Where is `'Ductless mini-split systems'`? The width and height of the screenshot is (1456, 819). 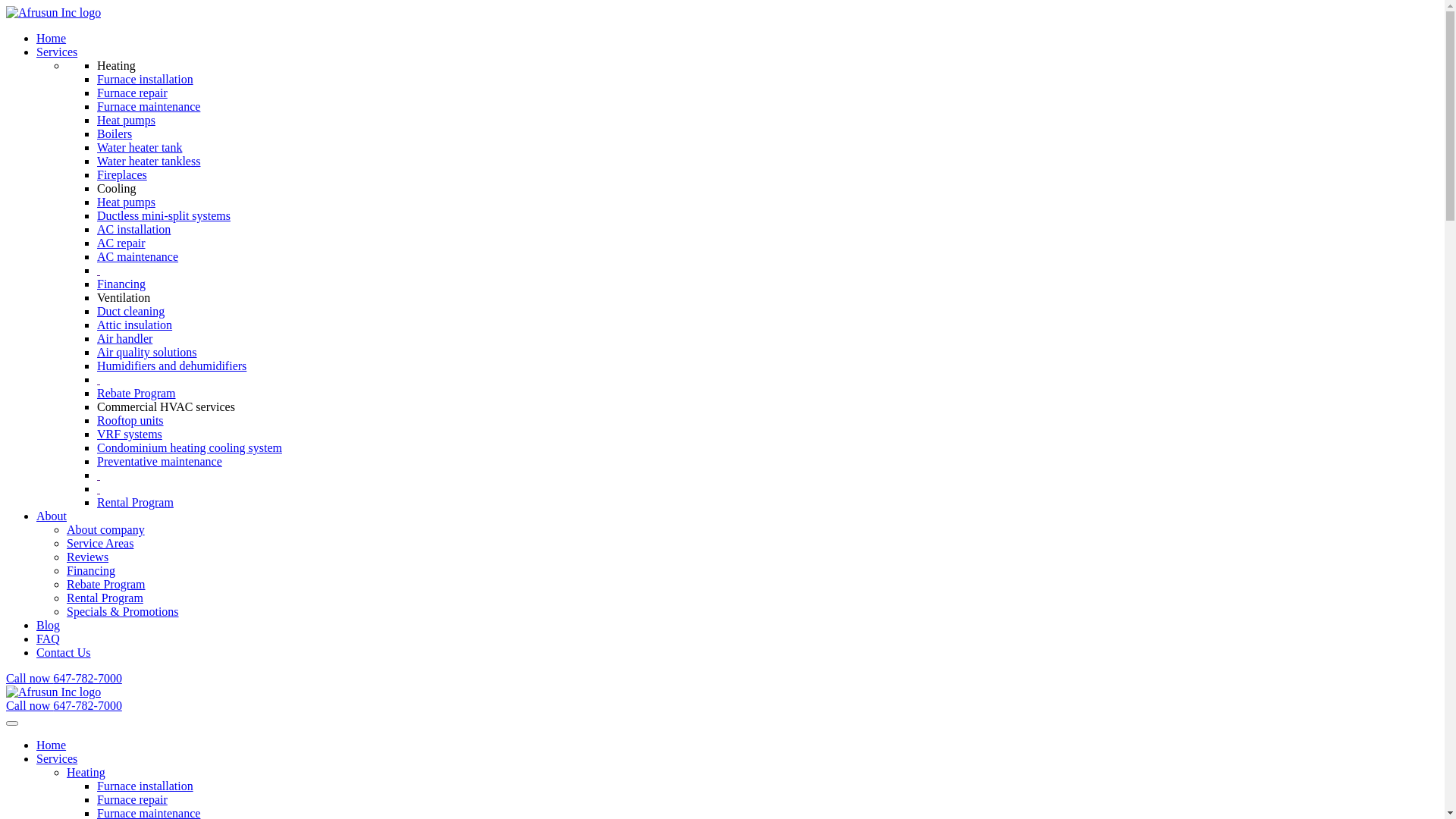
'Ductless mini-split systems' is located at coordinates (164, 215).